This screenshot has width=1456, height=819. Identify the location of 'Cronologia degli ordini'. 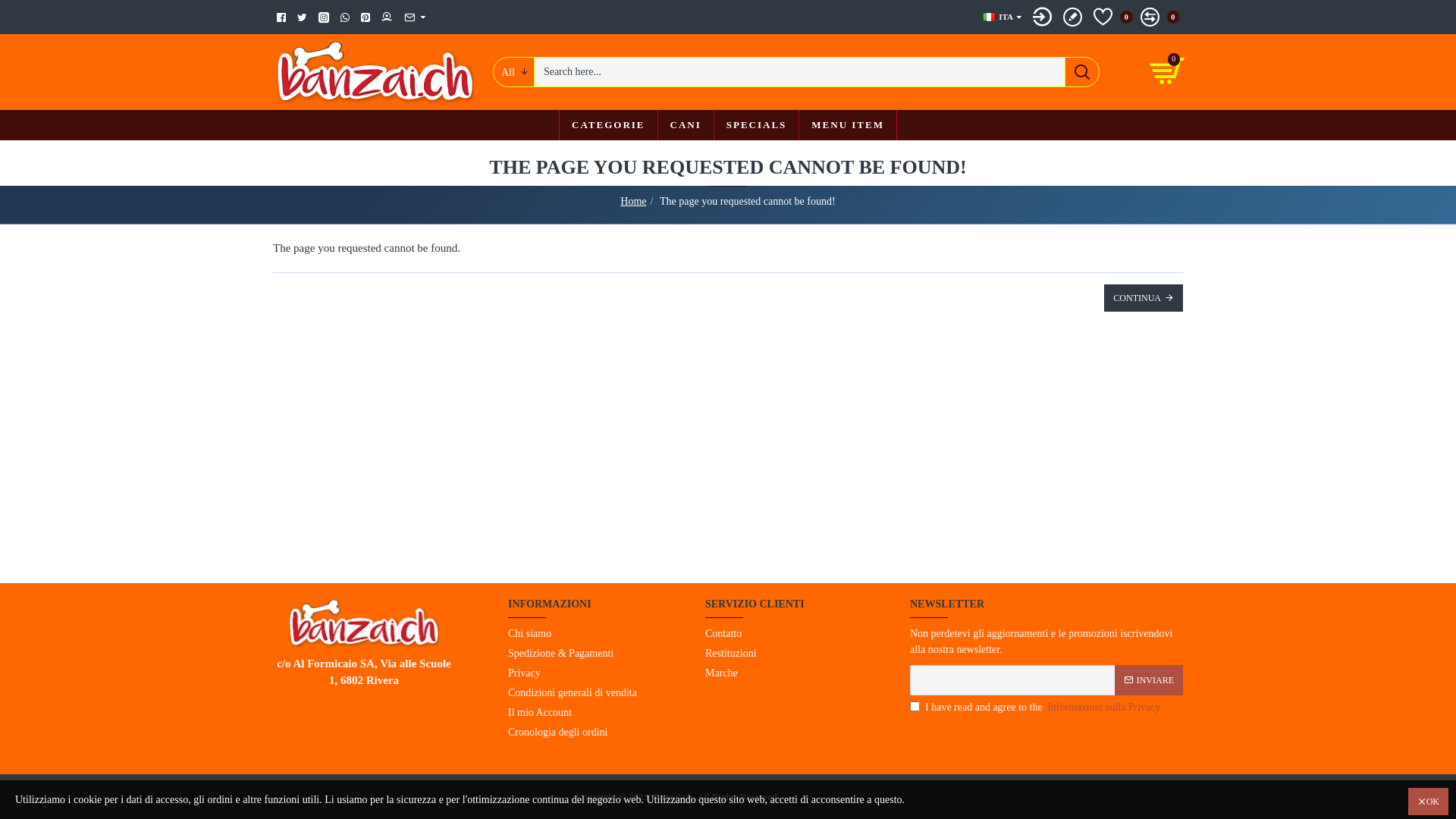
(557, 733).